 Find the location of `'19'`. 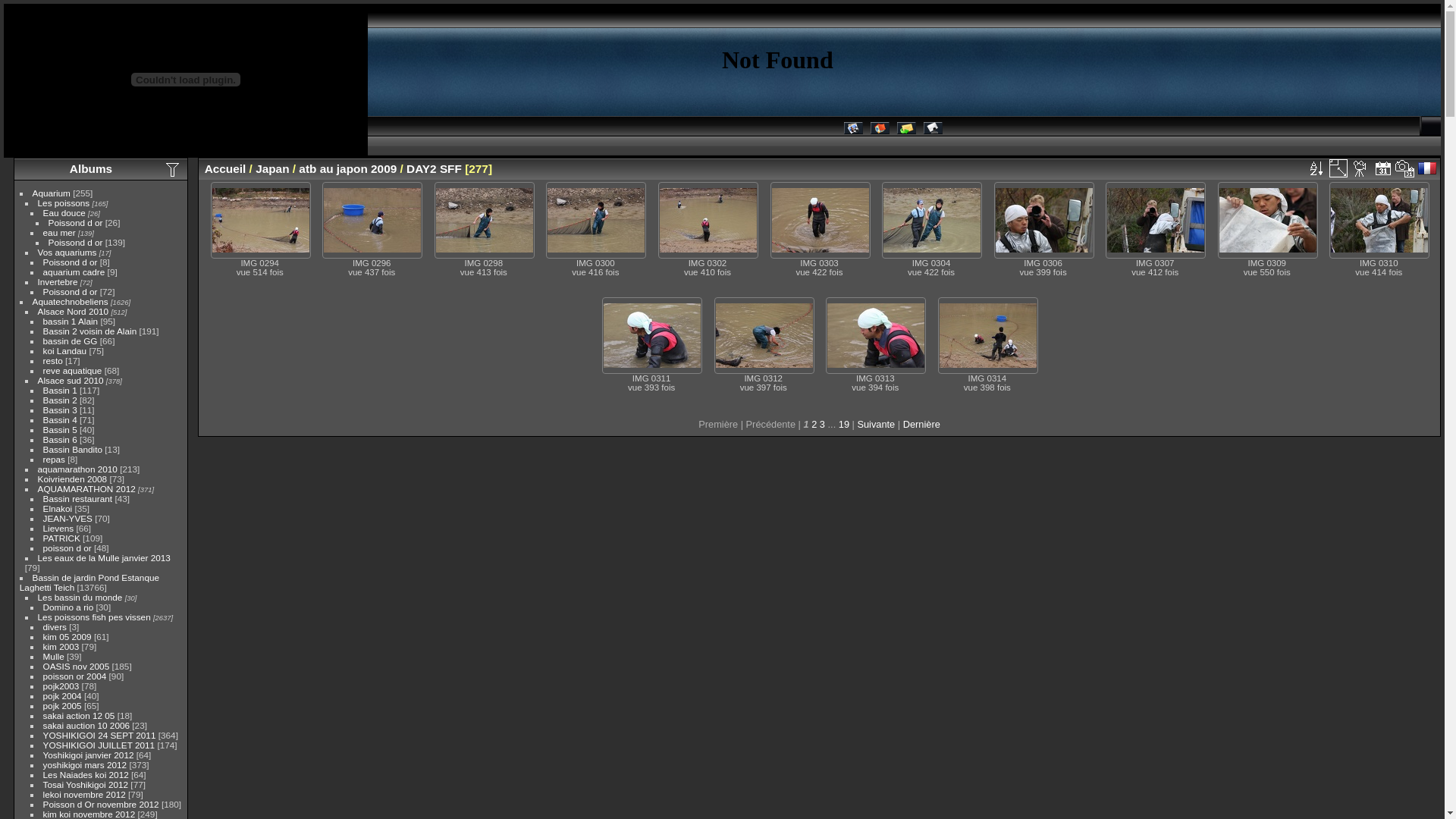

'19' is located at coordinates (843, 424).